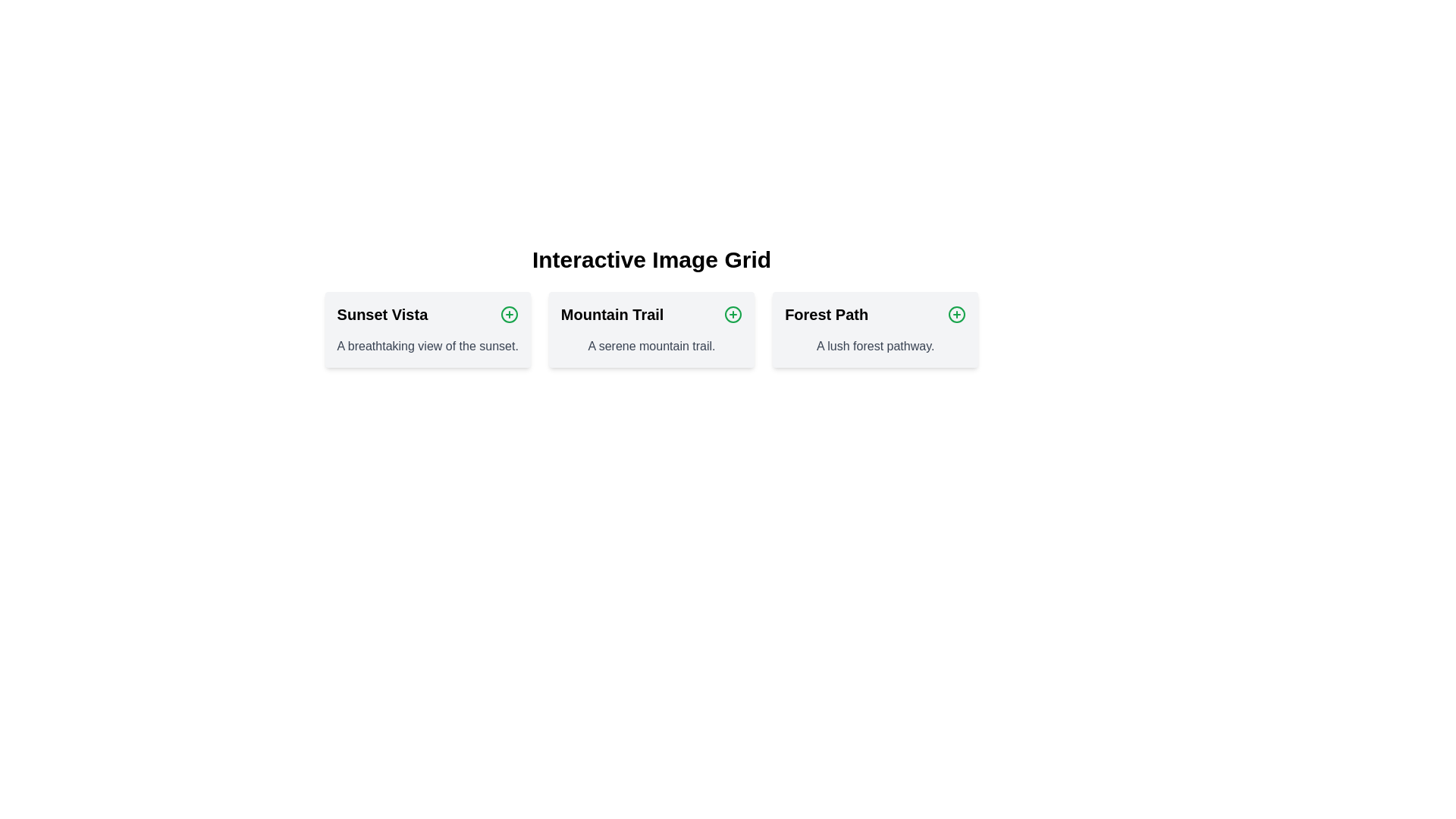 This screenshot has height=819, width=1456. Describe the element at coordinates (651, 346) in the screenshot. I see `text displayed in muted gray color that says 'A serene mountain trail.' located in the bottom section of the 'Mountain Trail' card` at that location.